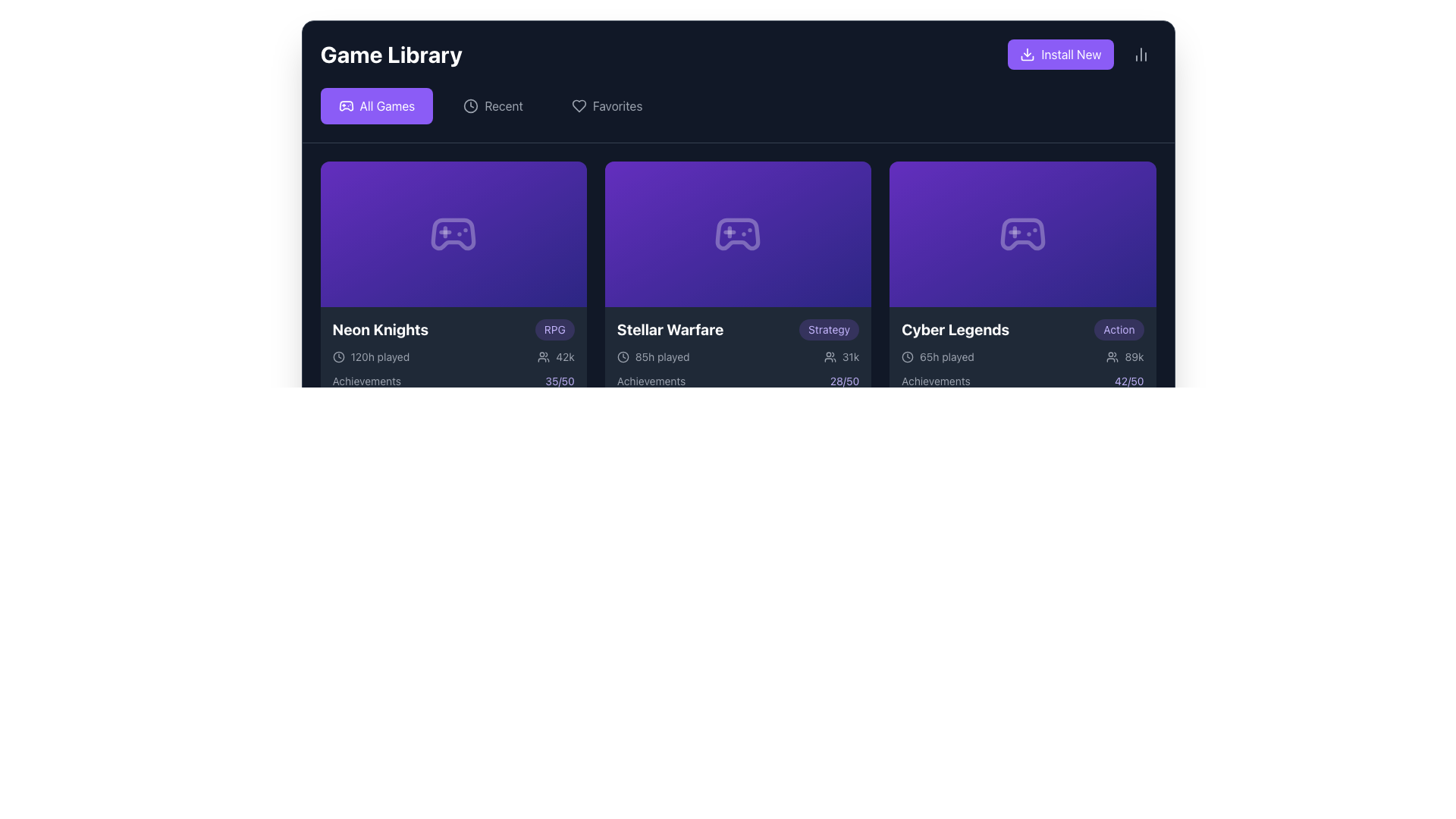 The width and height of the screenshot is (1456, 819). What do you see at coordinates (380, 329) in the screenshot?
I see `the game` at bounding box center [380, 329].